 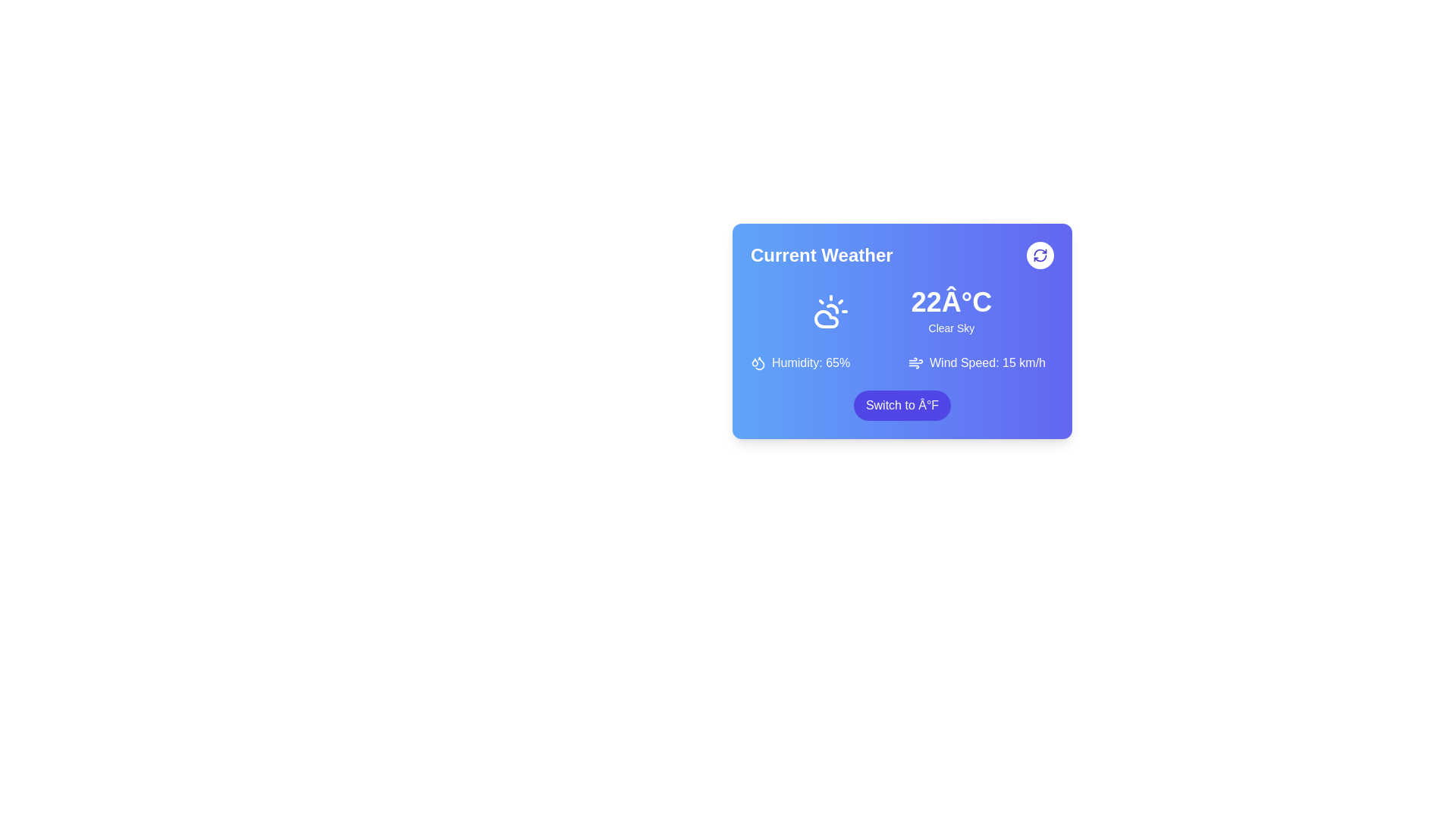 I want to click on the text label displaying '22Â°C' which represents a temperature measurement, located prominently near the top-center of a rectangular card in the interface, so click(x=950, y=302).